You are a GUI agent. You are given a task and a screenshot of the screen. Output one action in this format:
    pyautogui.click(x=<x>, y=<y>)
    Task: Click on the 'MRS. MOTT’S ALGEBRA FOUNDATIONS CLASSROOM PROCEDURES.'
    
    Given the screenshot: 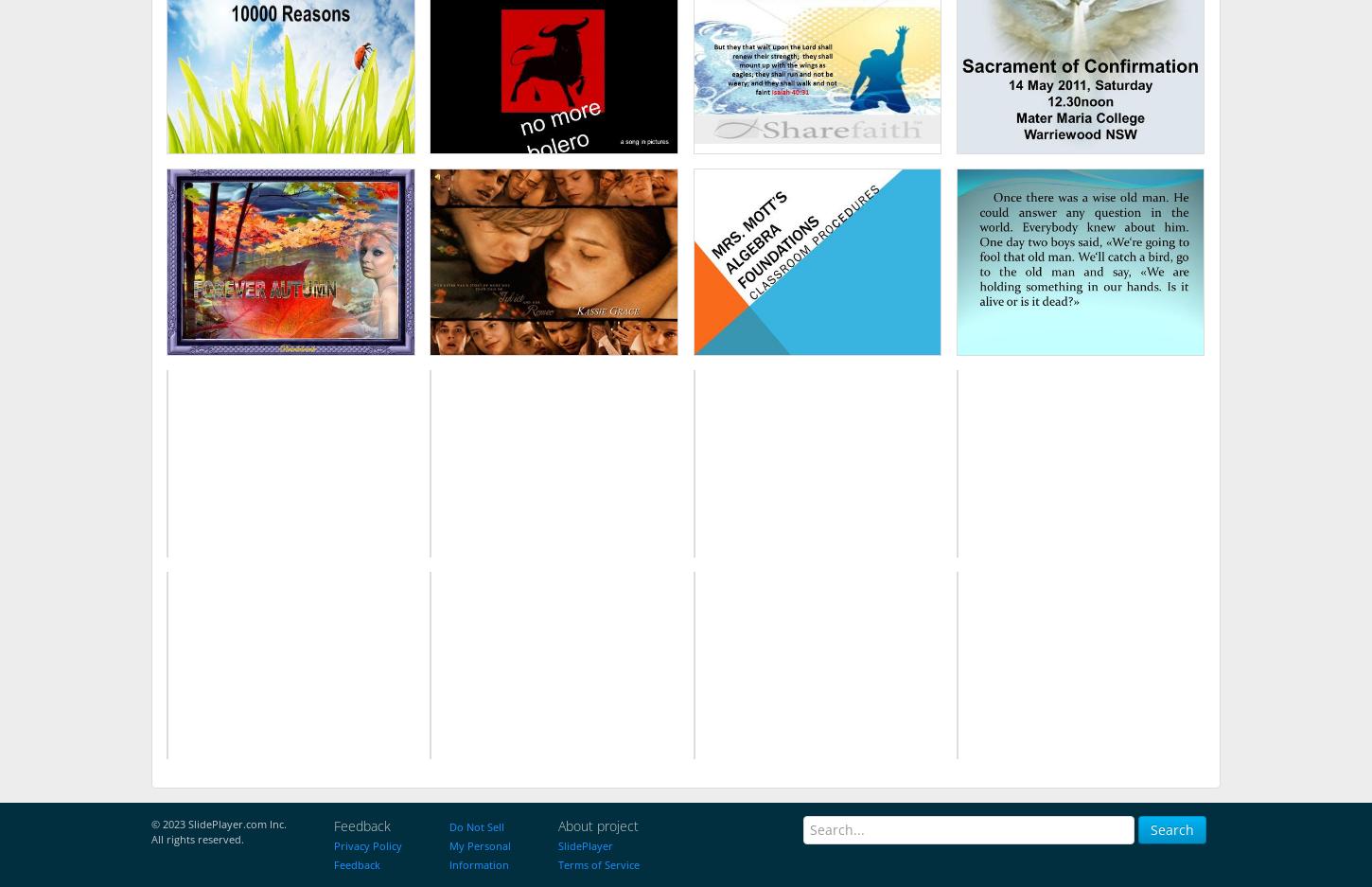 What is the action you would take?
    pyautogui.click(x=727, y=266)
    